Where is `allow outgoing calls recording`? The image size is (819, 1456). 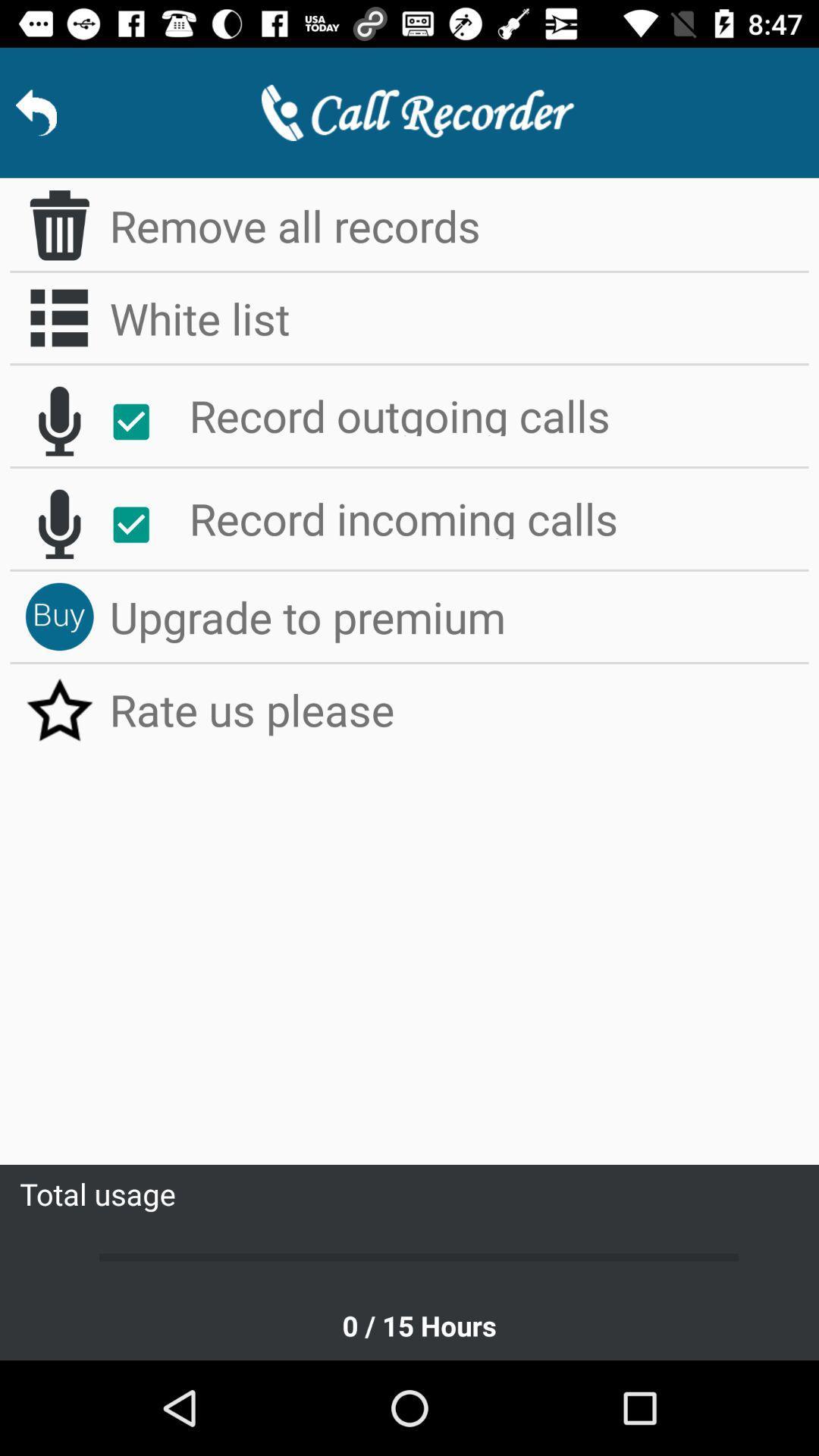
allow outgoing calls recording is located at coordinates (139, 422).